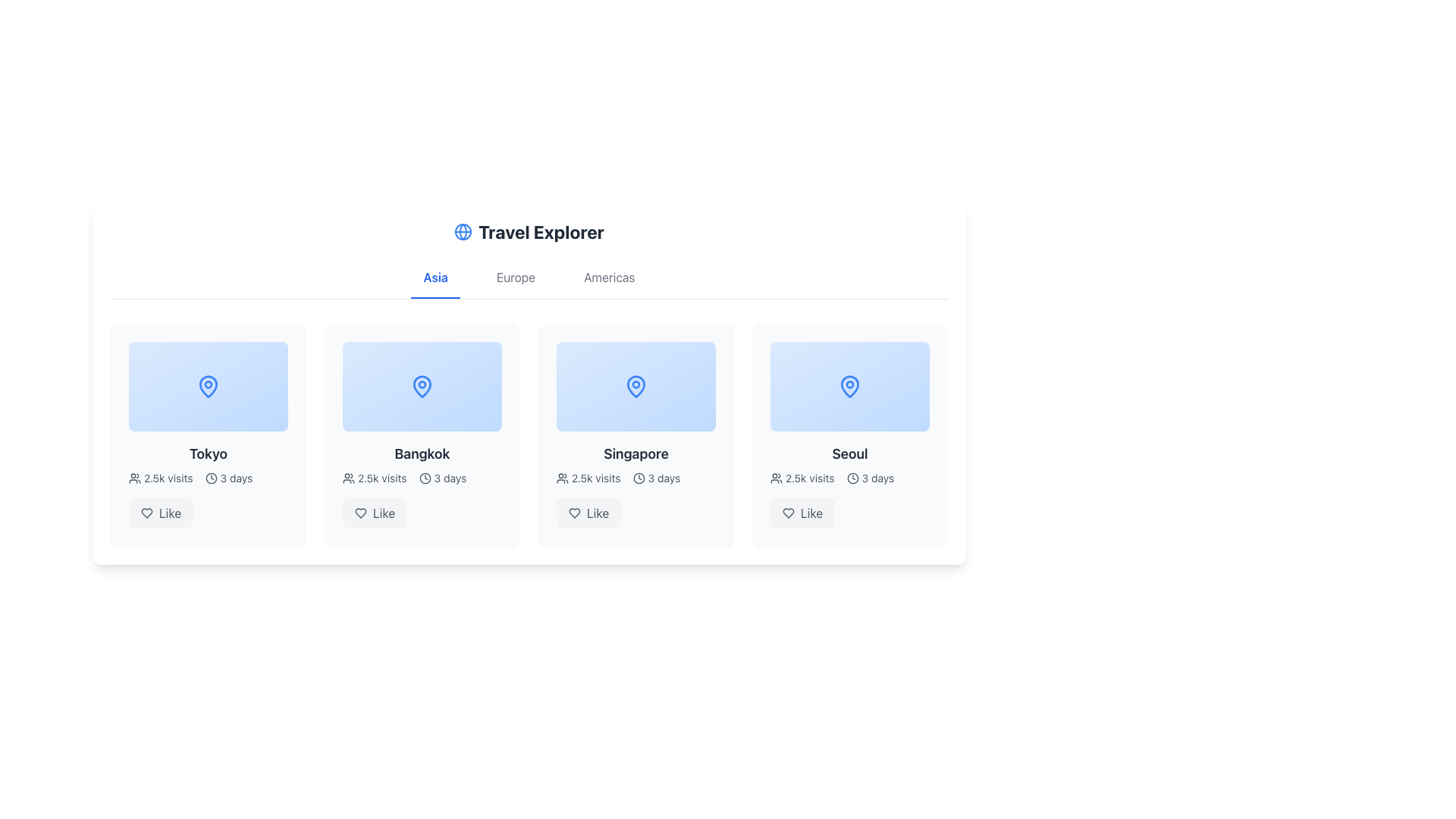 The height and width of the screenshot is (819, 1456). Describe the element at coordinates (850, 453) in the screenshot. I see `text label that represents the name of a travel destination, located in the fourth card from the left in the row of cards labeled 'Asia', positioned below the blue map pin icon and above the text '2.5k visits' and '3 days'` at that location.